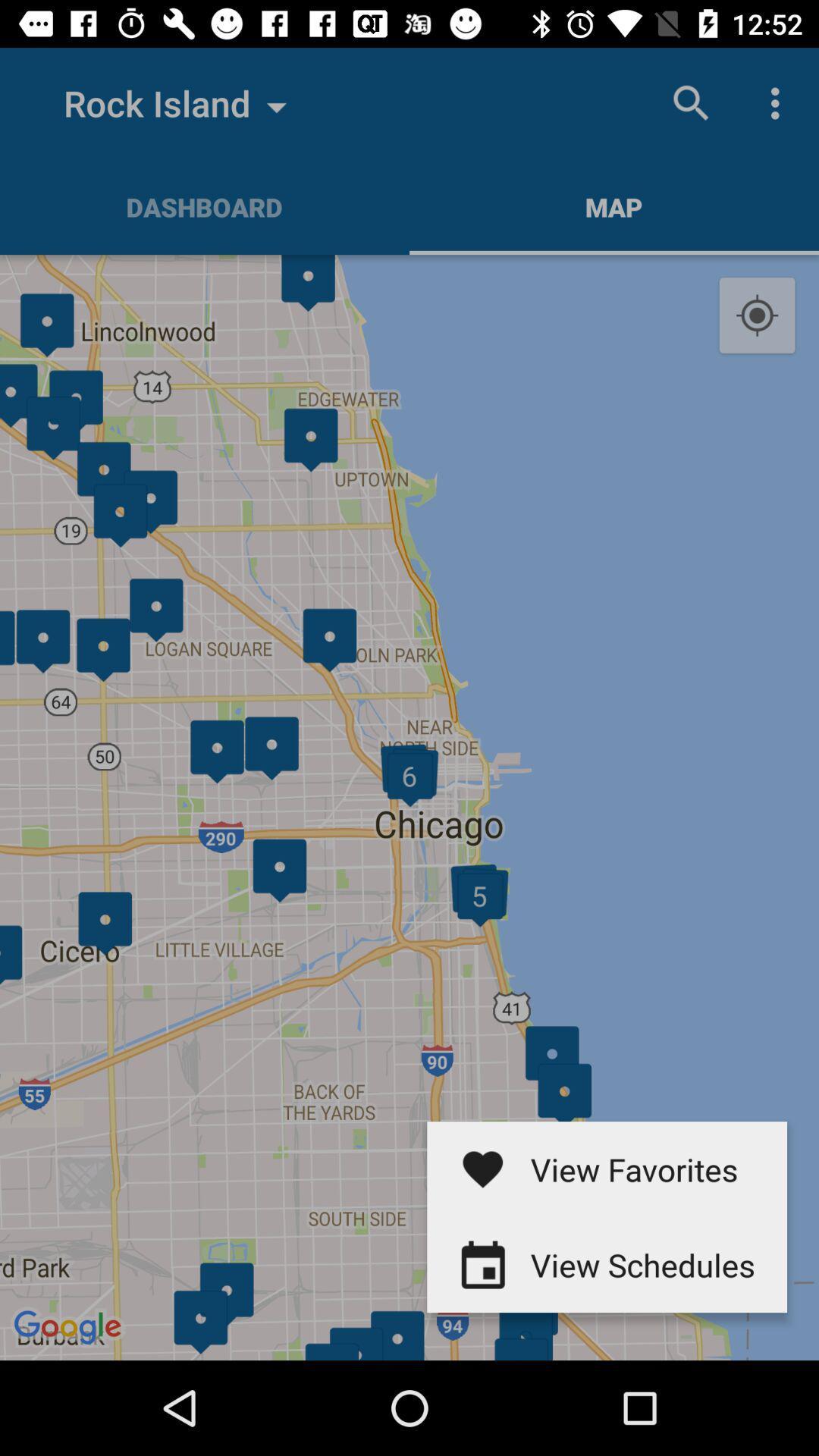 The width and height of the screenshot is (819, 1456). Describe the element at coordinates (757, 315) in the screenshot. I see `the location_crosshair icon` at that location.